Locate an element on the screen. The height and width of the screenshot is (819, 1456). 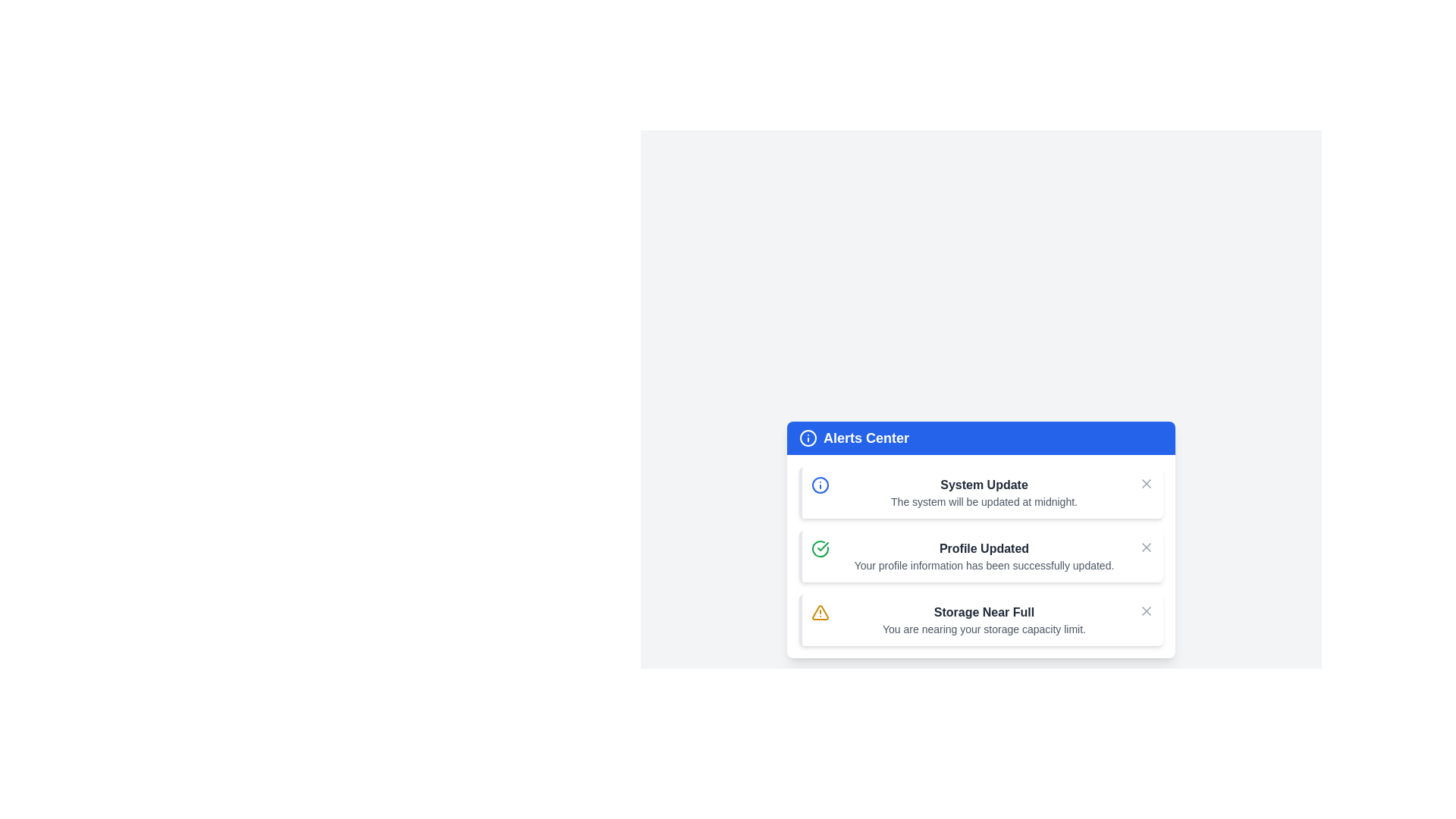
the circular green checkmark icon indicating successful completion, located next to the 'Profile Updated' notification in the Alerts Center is located at coordinates (819, 549).